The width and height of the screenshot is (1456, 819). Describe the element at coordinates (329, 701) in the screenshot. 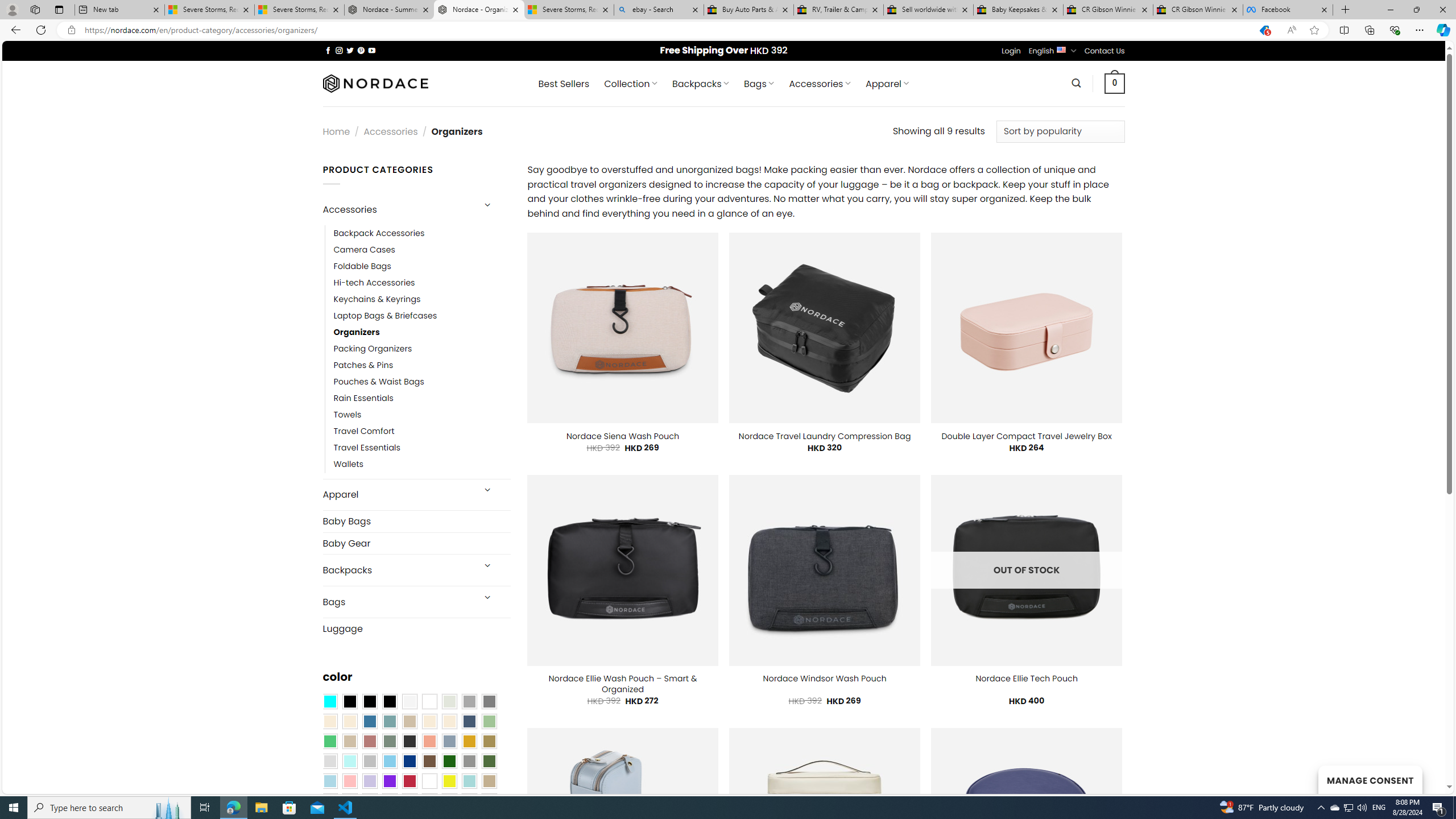

I see `'Aqua Blue'` at that location.